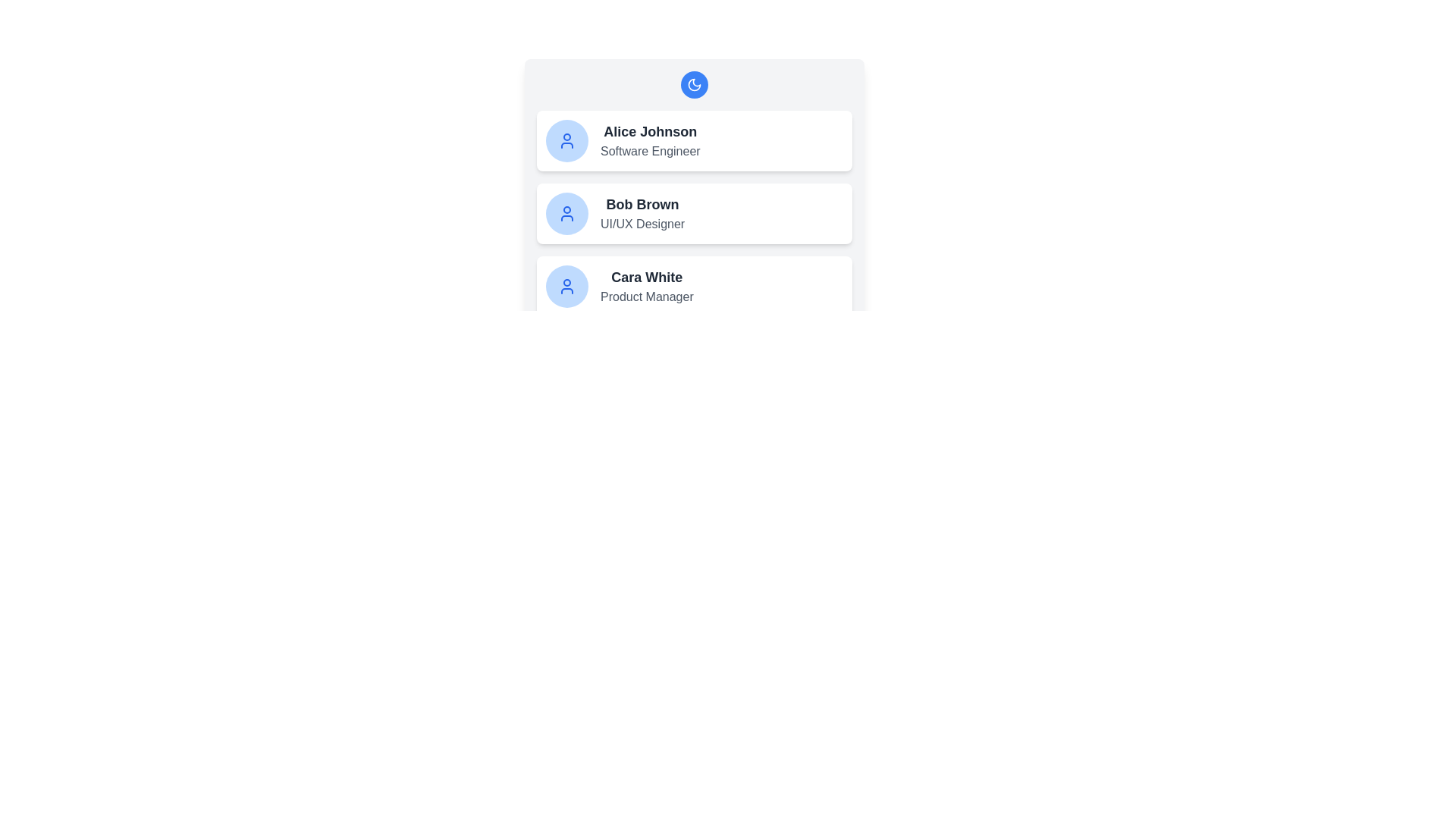 The image size is (1456, 819). I want to click on the profile card for 'Cara White', which is the third item in a vertically stacked list, by clicking on it to access specific sub-elements within the card, so click(694, 287).